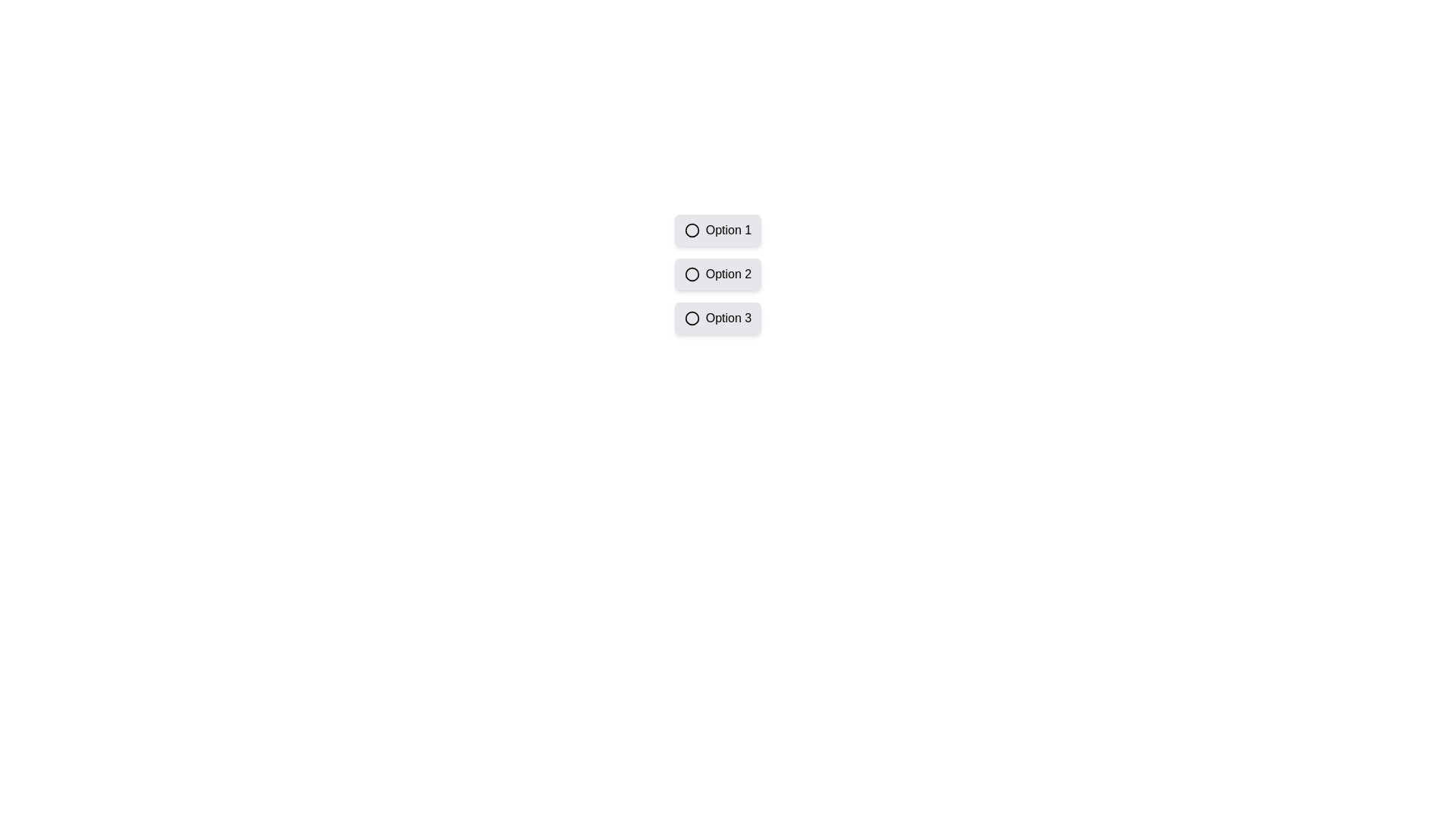 The width and height of the screenshot is (1456, 819). Describe the element at coordinates (728, 318) in the screenshot. I see `the 'Option 3' text label` at that location.